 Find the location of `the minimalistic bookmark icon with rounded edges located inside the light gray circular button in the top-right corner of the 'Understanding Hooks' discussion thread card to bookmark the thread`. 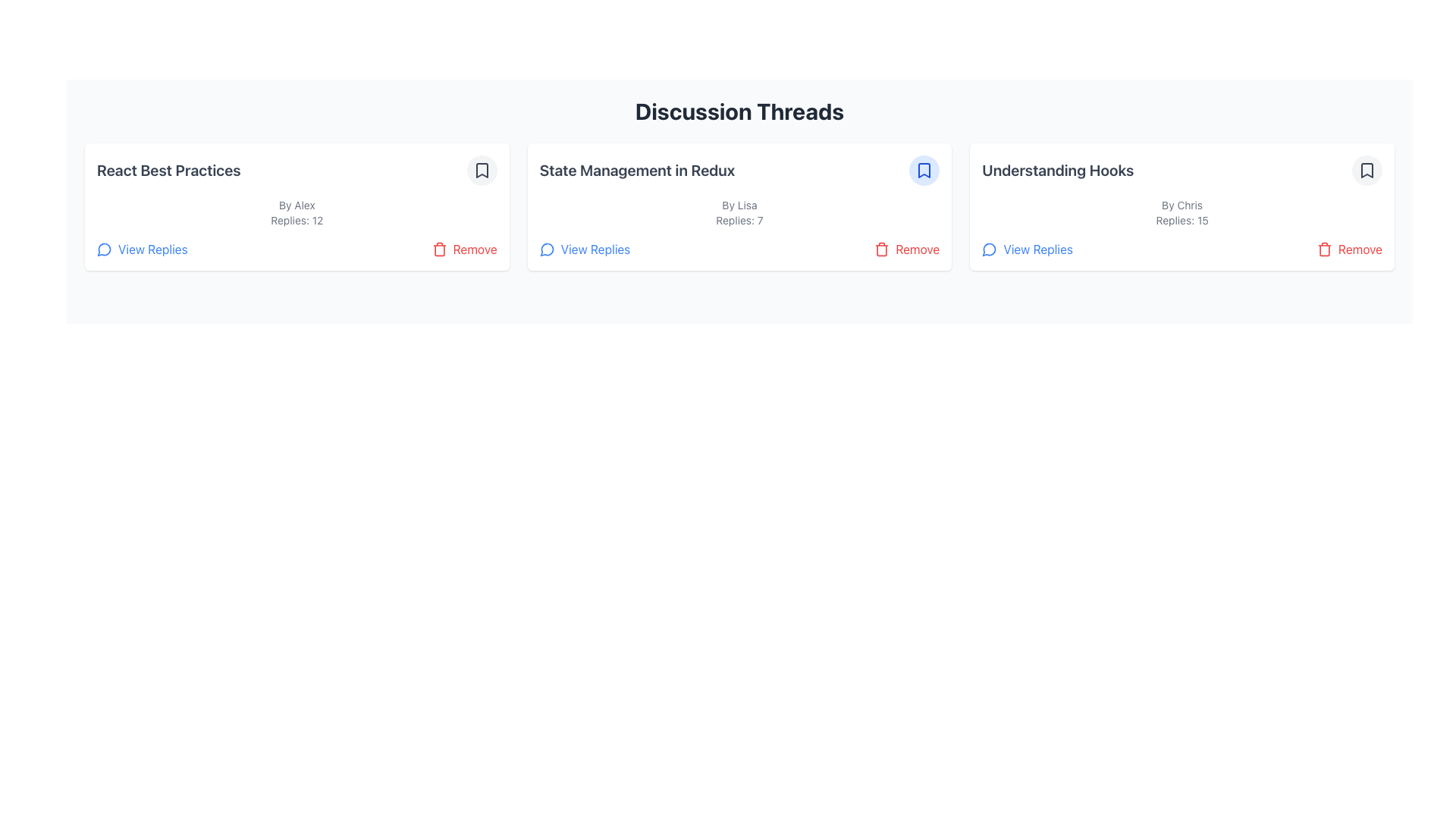

the minimalistic bookmark icon with rounded edges located inside the light gray circular button in the top-right corner of the 'Understanding Hooks' discussion thread card to bookmark the thread is located at coordinates (1367, 170).